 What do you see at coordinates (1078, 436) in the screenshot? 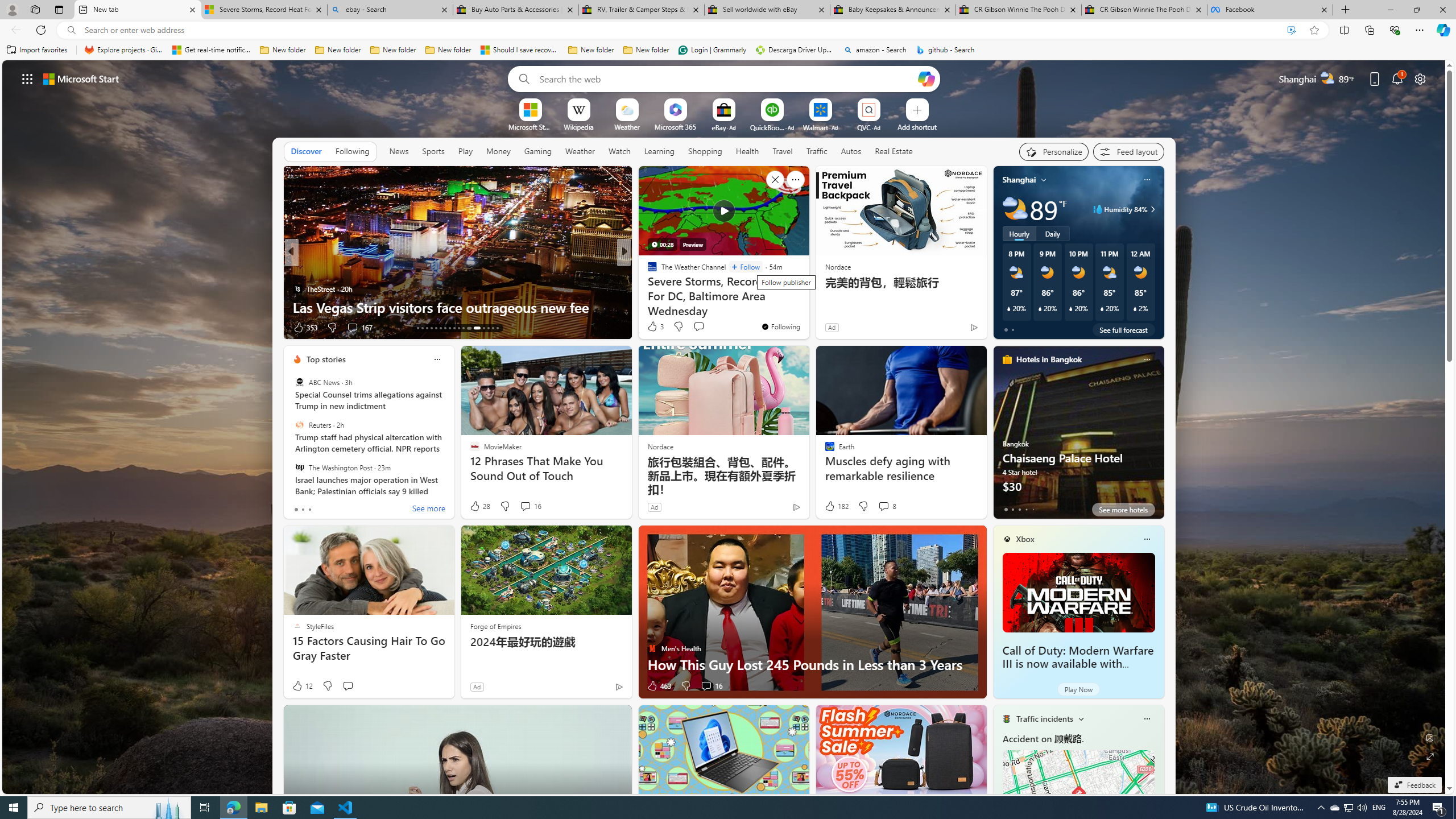
I see `'Chaisaeng Palace Hotel'` at bounding box center [1078, 436].